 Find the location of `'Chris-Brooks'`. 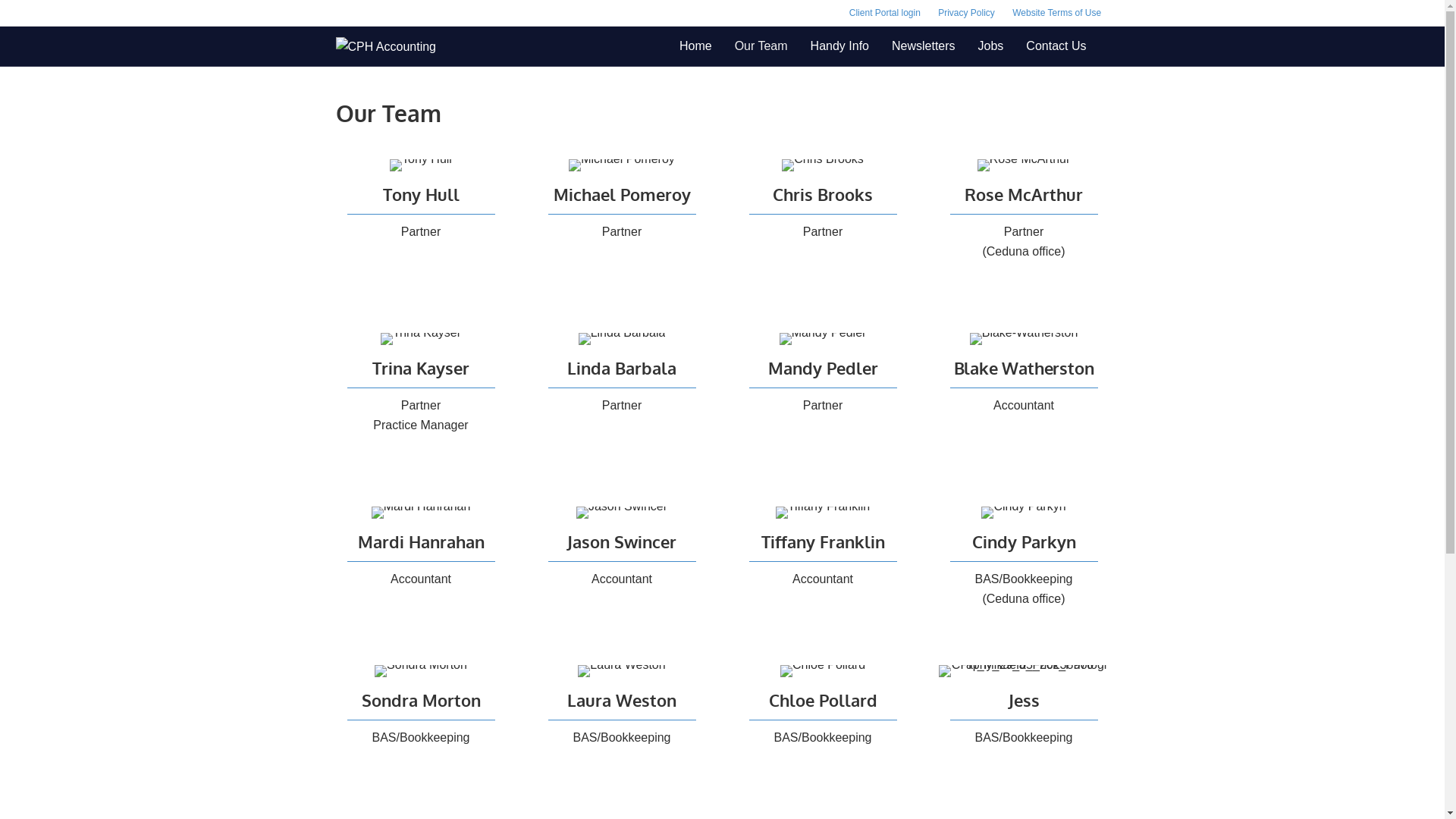

'Chris-Brooks' is located at coordinates (821, 165).